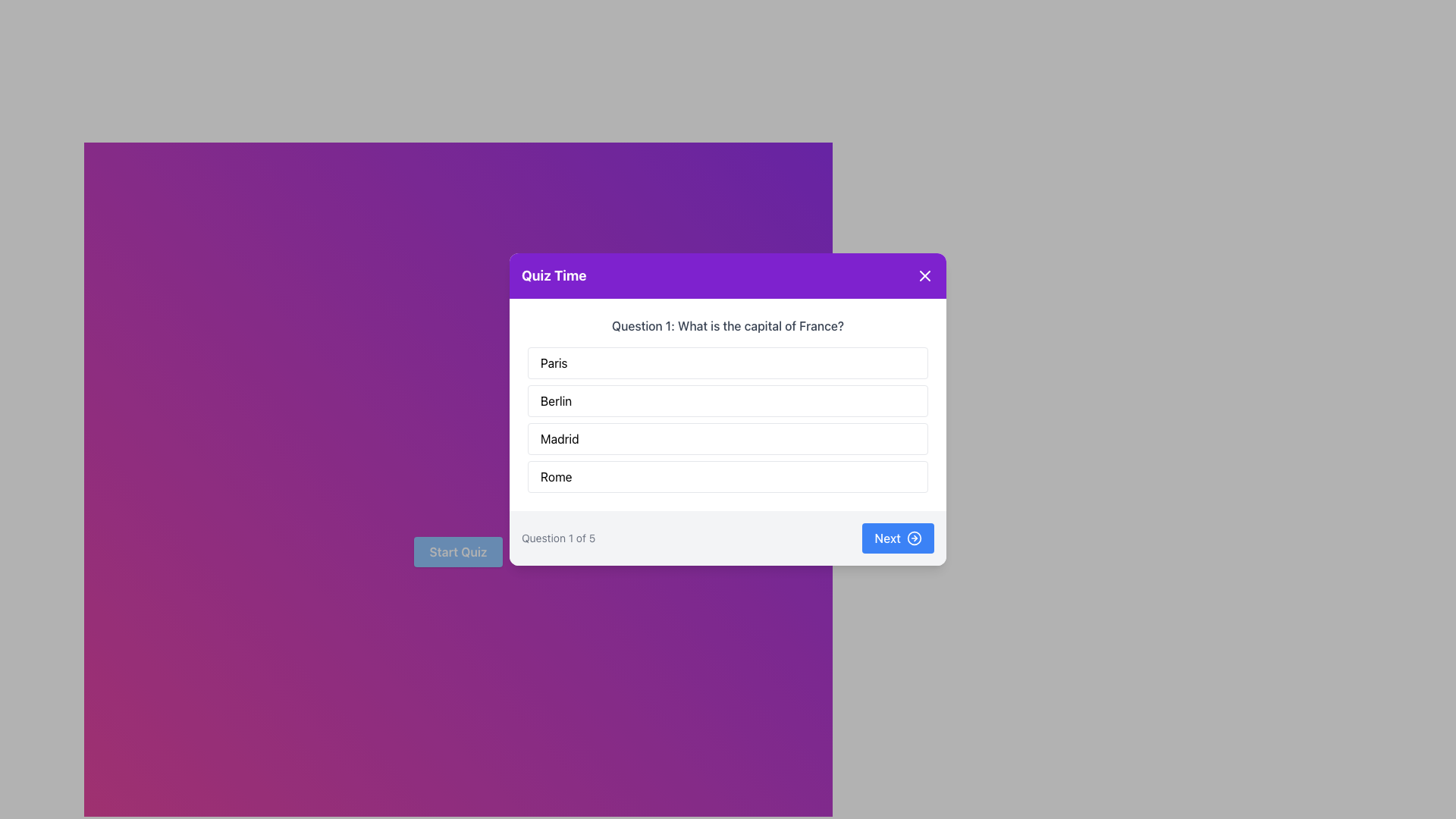 The height and width of the screenshot is (819, 1456). Describe the element at coordinates (728, 362) in the screenshot. I see `the 'Paris' button which is the first in a group of four buttons in a quiz modal, located at the middle-left area` at that location.